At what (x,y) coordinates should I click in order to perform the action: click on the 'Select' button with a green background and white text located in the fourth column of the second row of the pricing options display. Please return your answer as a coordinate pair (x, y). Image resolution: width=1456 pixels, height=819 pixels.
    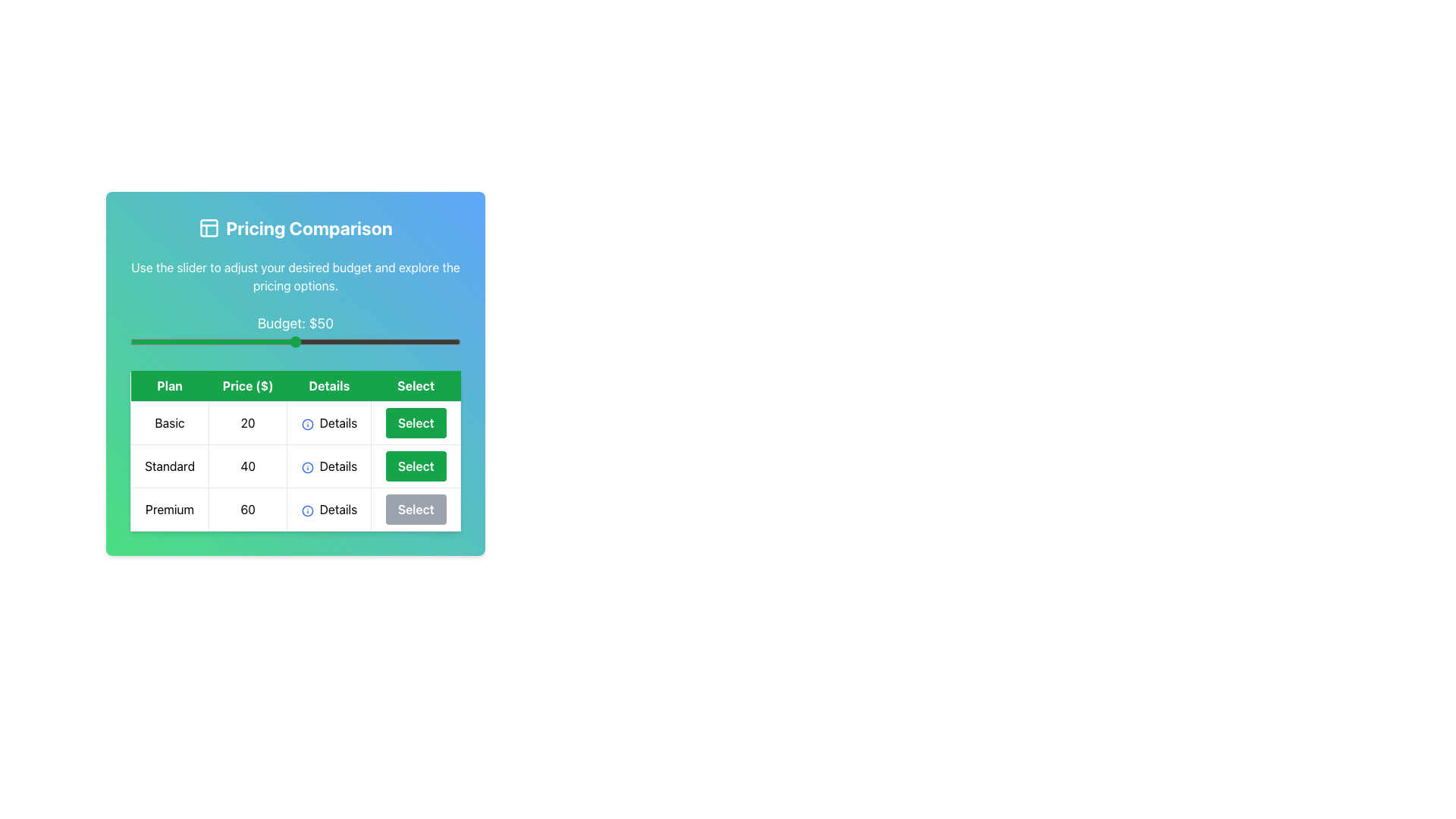
    Looking at the image, I should click on (416, 465).